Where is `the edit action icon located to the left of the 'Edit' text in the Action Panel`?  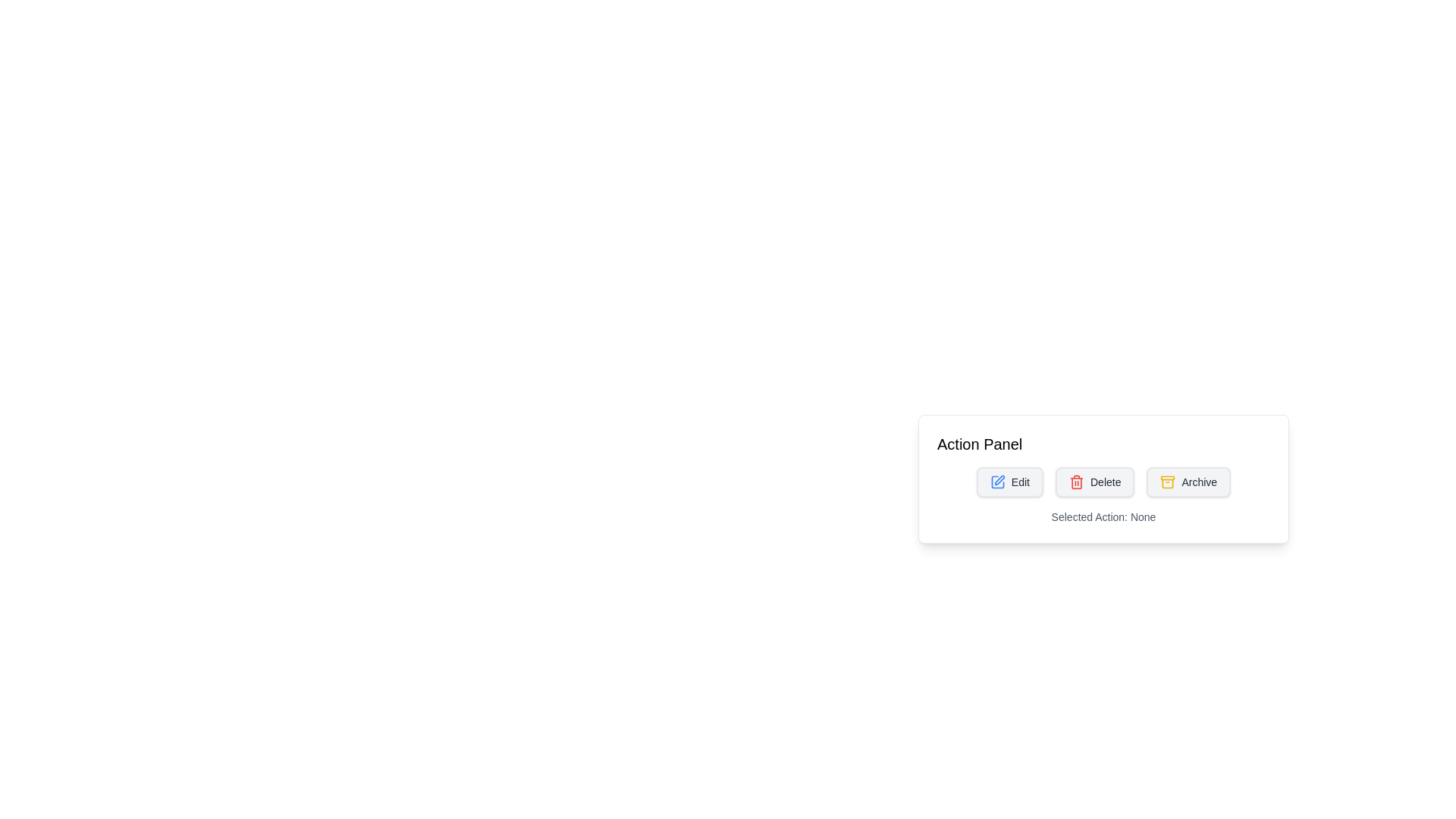 the edit action icon located to the left of the 'Edit' text in the Action Panel is located at coordinates (997, 482).